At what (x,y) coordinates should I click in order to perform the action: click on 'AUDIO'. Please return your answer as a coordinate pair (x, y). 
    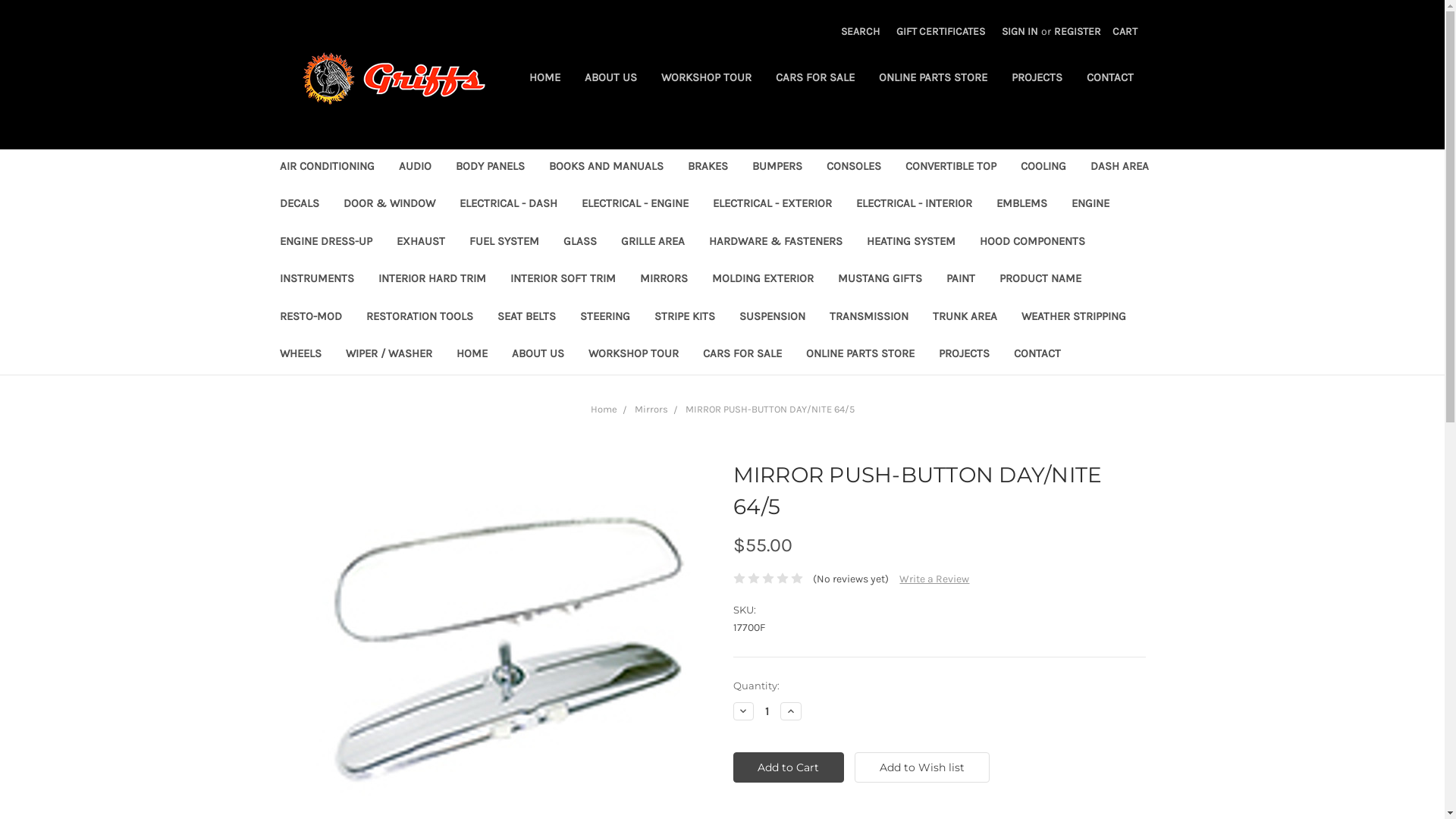
    Looking at the image, I should click on (415, 168).